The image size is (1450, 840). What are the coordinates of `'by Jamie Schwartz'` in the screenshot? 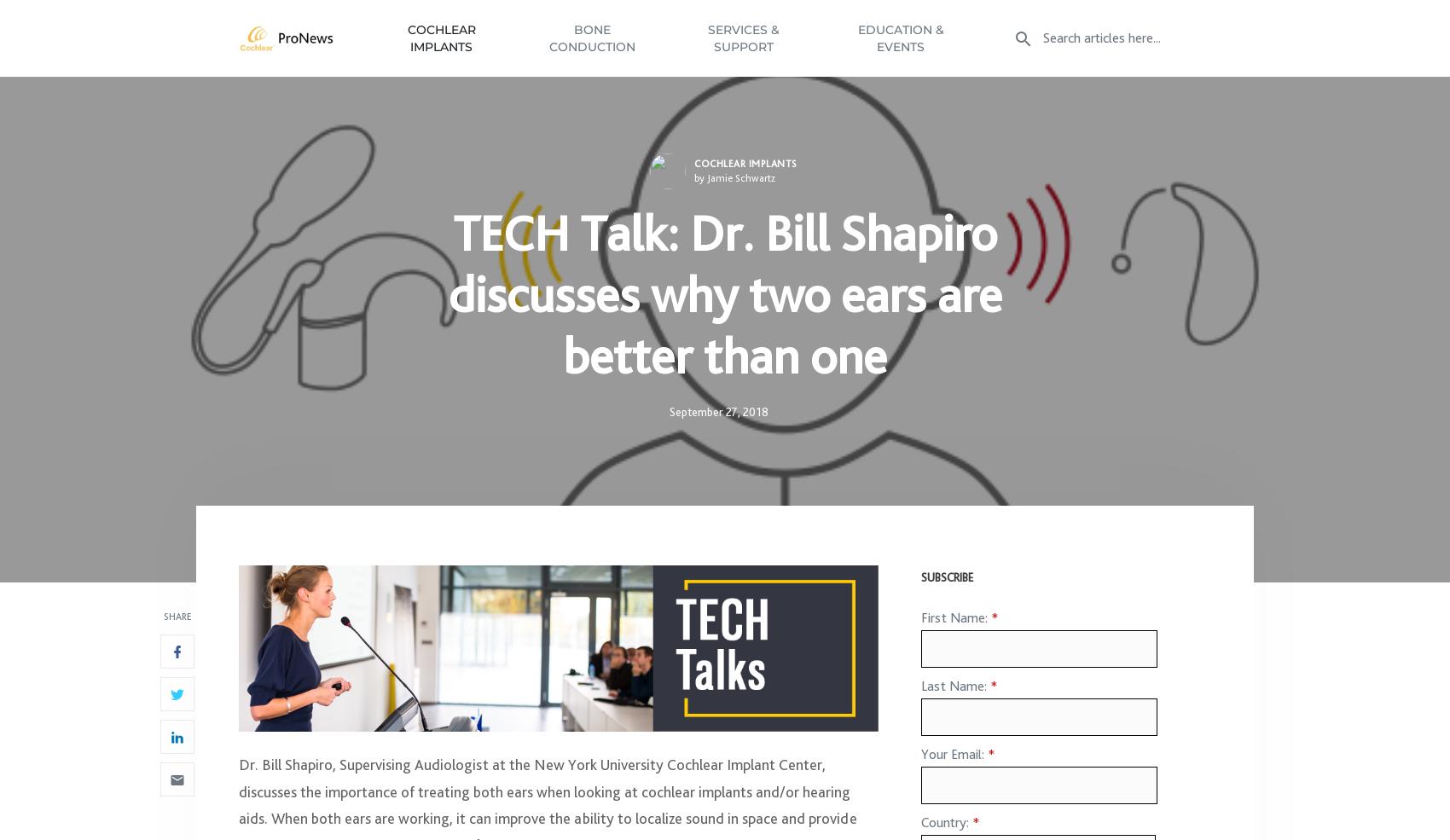 It's located at (734, 185).